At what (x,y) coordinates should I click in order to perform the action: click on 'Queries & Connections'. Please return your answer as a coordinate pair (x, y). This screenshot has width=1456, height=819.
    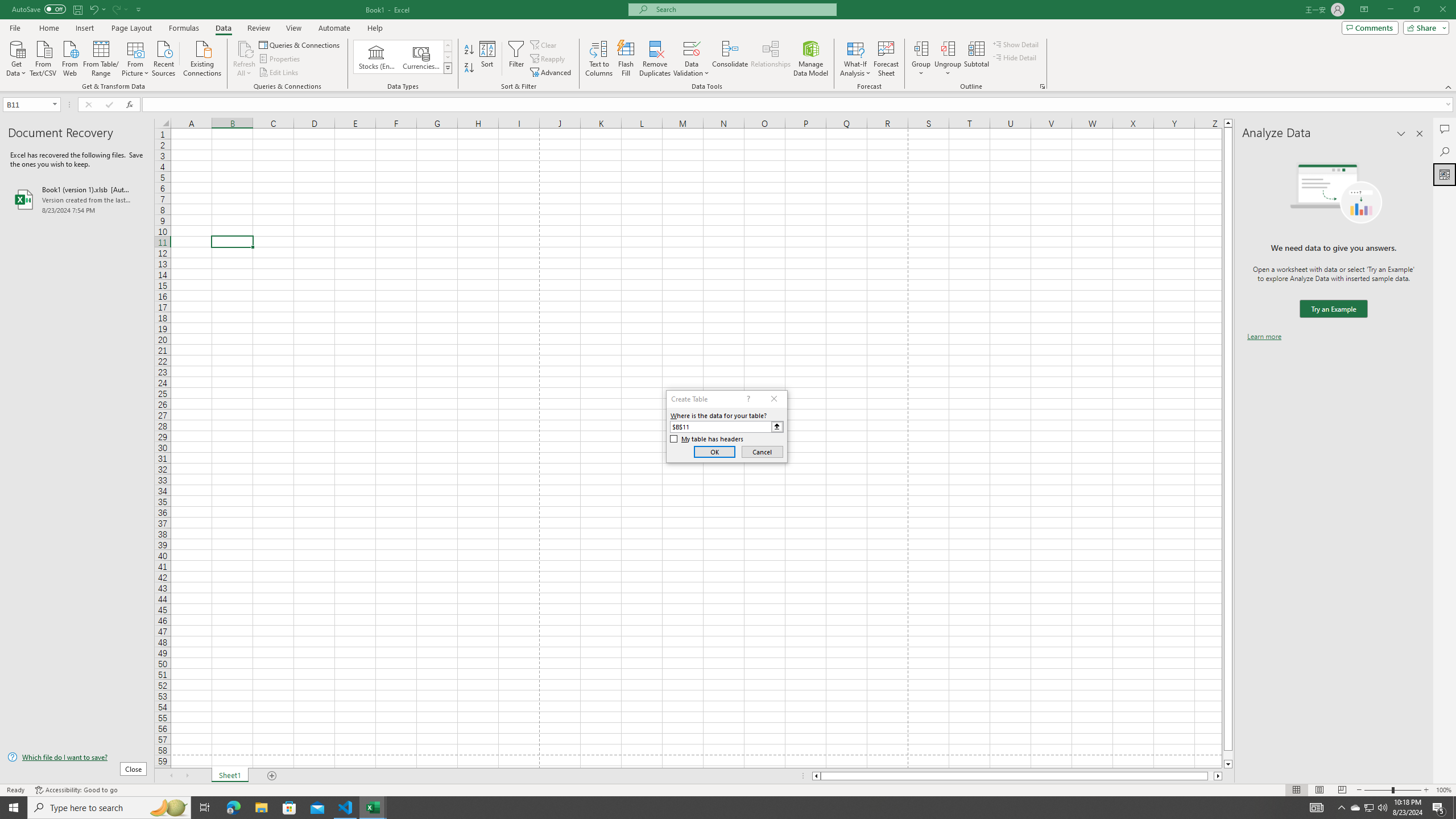
    Looking at the image, I should click on (300, 44).